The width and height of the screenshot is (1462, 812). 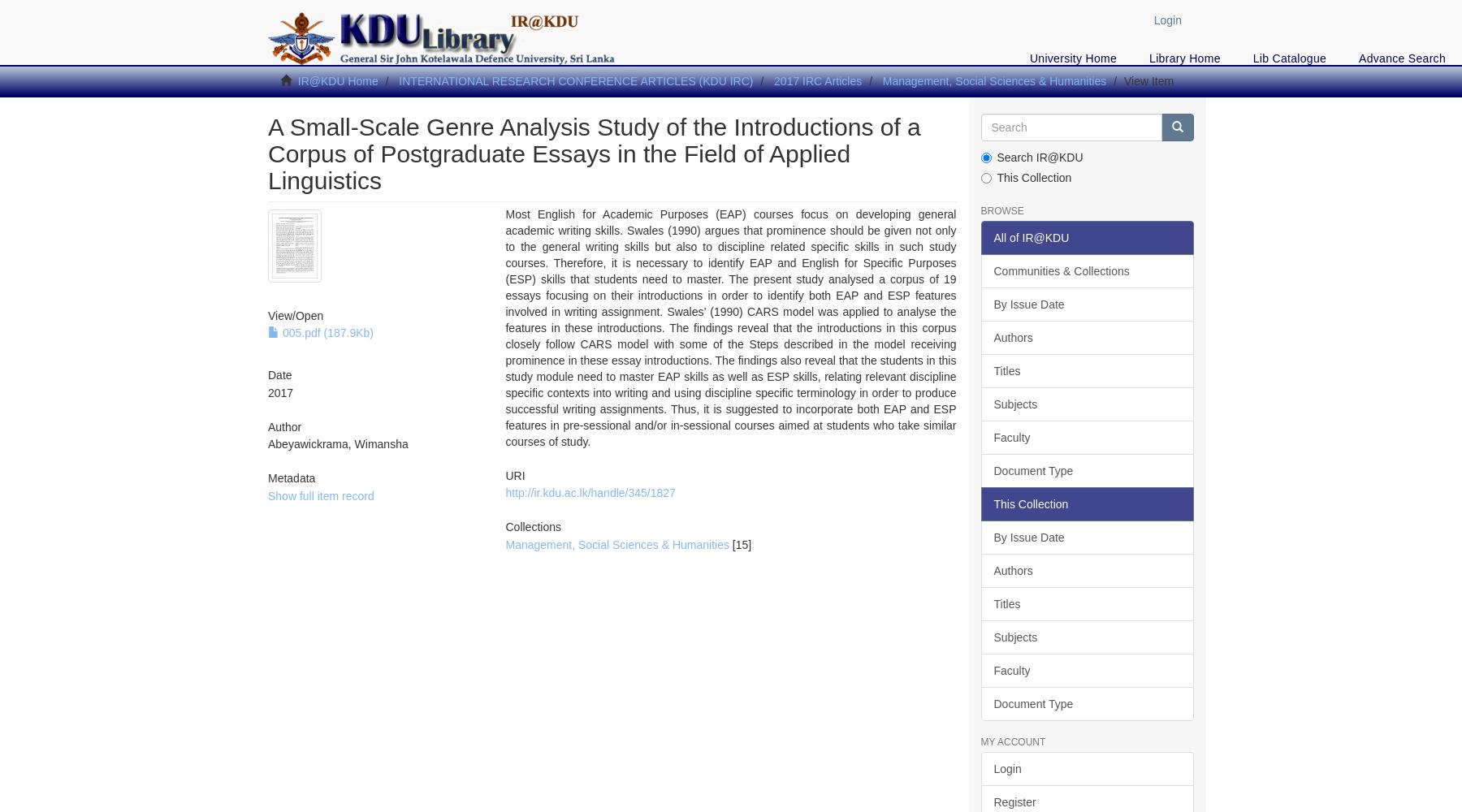 I want to click on '005.pdf (187.9Kb)', so click(x=326, y=333).